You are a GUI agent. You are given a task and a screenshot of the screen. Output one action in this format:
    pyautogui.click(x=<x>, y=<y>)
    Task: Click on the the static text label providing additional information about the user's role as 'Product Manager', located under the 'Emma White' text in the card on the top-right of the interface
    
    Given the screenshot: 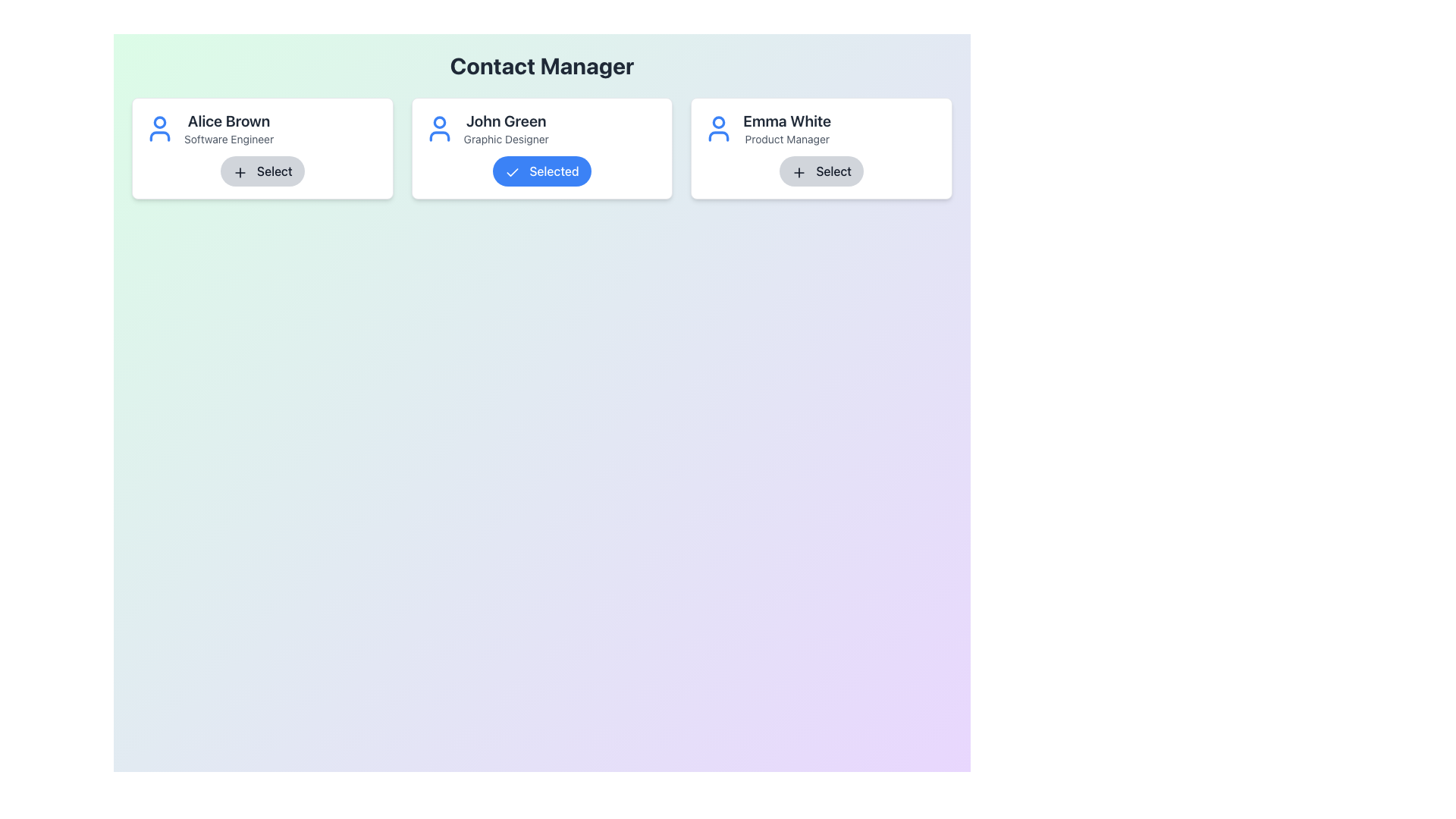 What is the action you would take?
    pyautogui.click(x=787, y=140)
    